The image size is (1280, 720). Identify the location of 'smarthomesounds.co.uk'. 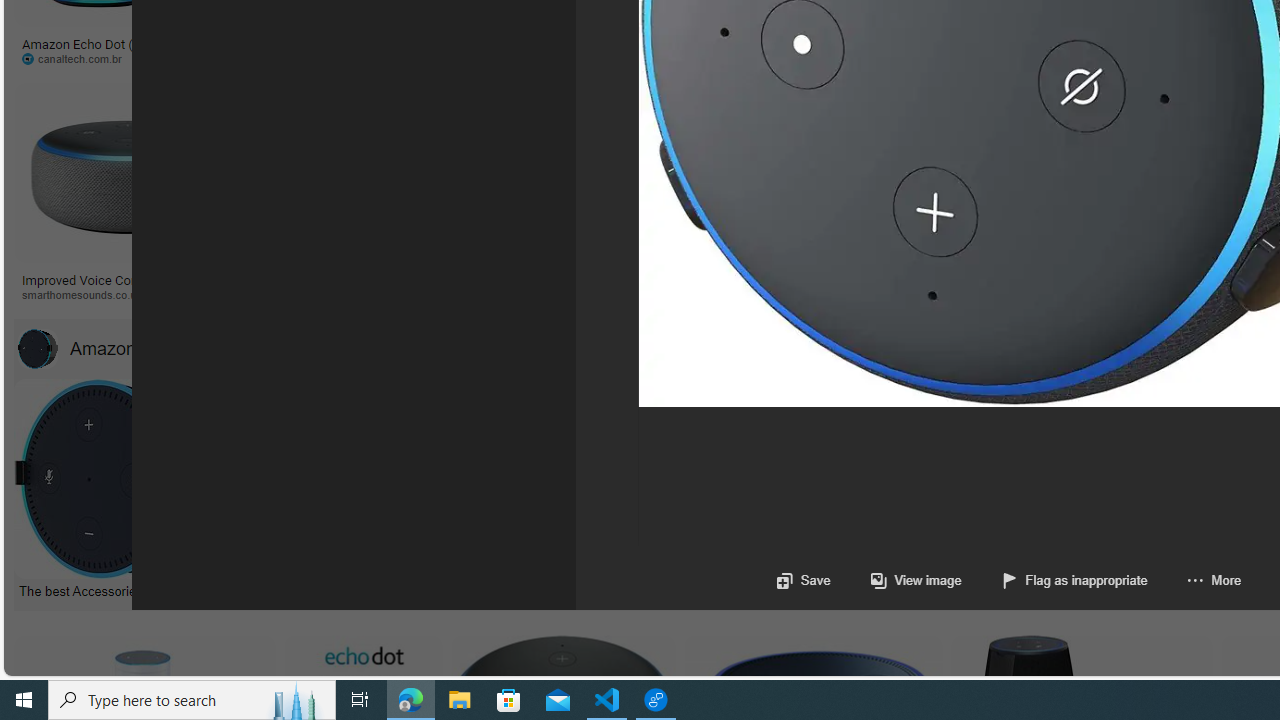
(127, 295).